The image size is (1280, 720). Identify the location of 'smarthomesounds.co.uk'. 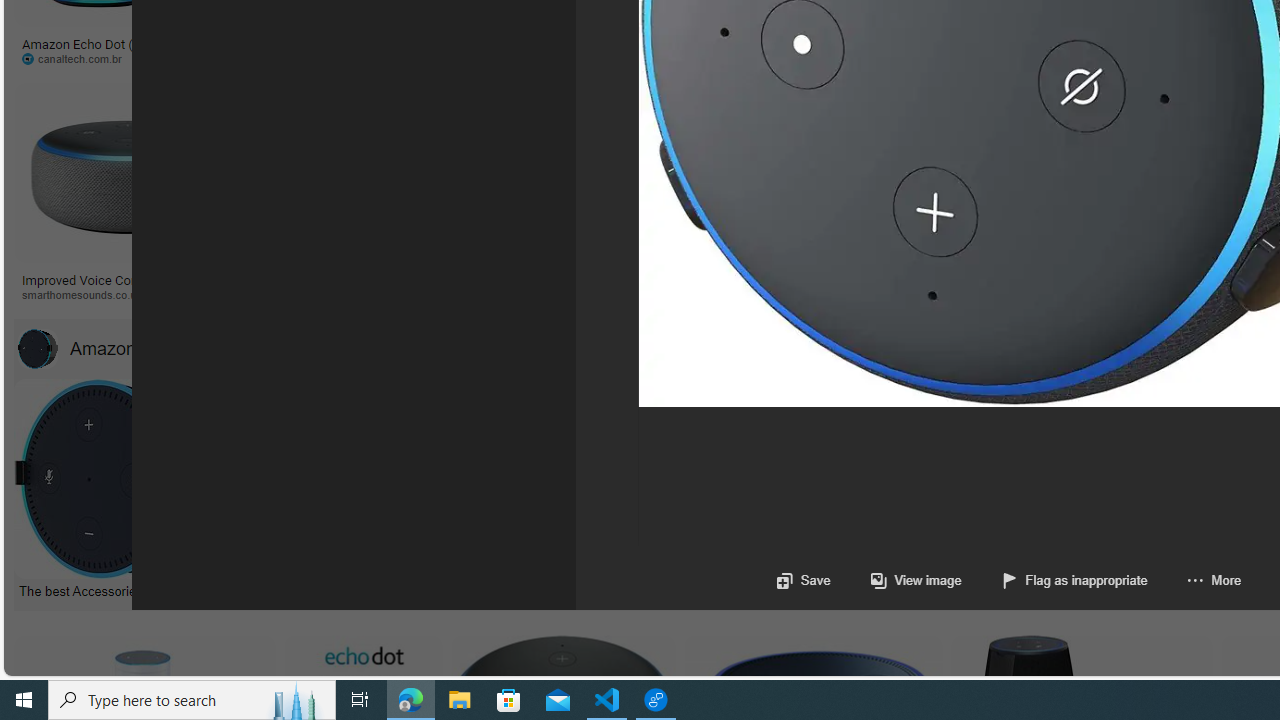
(127, 295).